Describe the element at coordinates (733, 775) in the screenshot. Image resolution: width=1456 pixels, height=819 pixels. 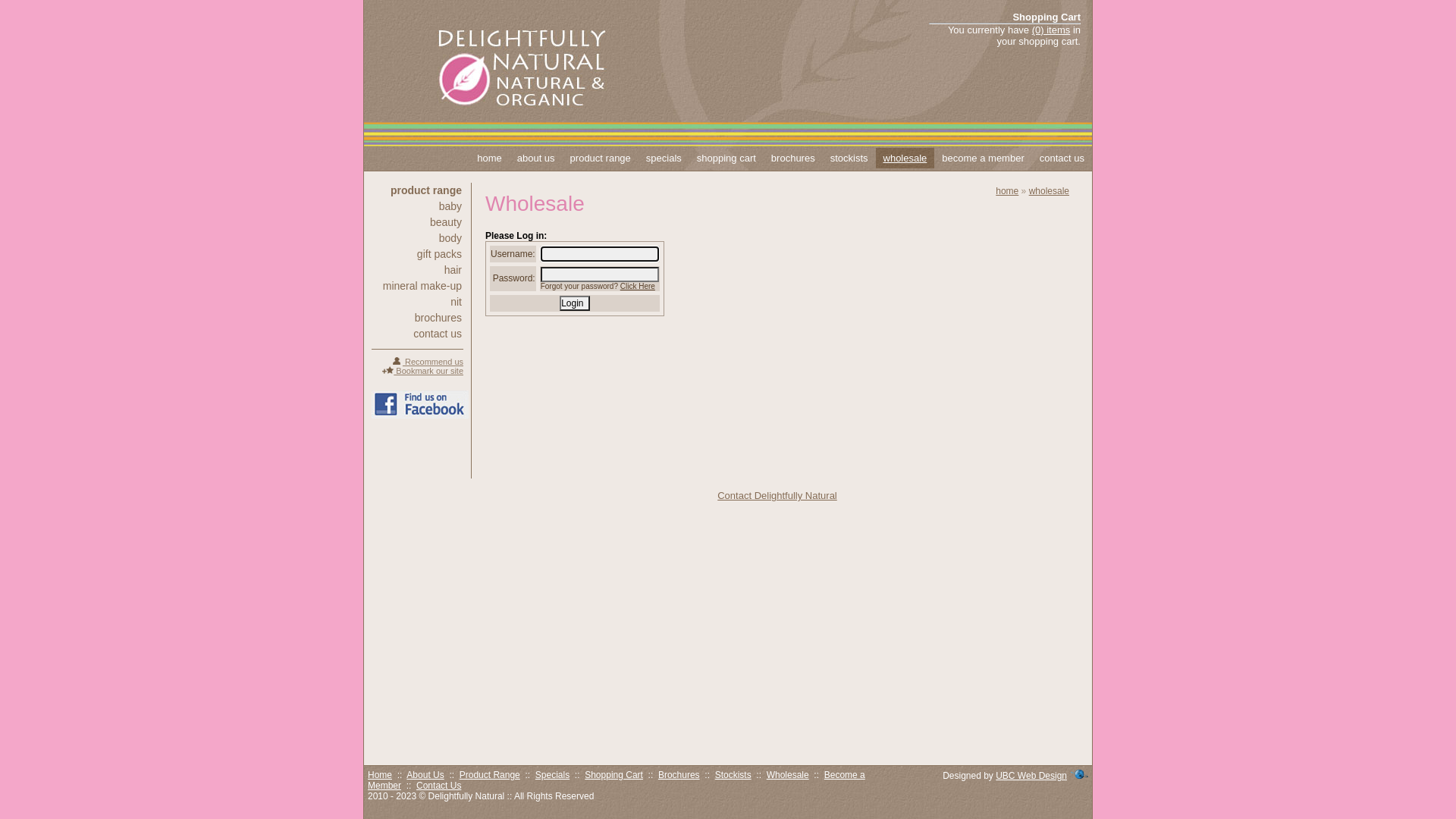
I see `'Stockists'` at that location.